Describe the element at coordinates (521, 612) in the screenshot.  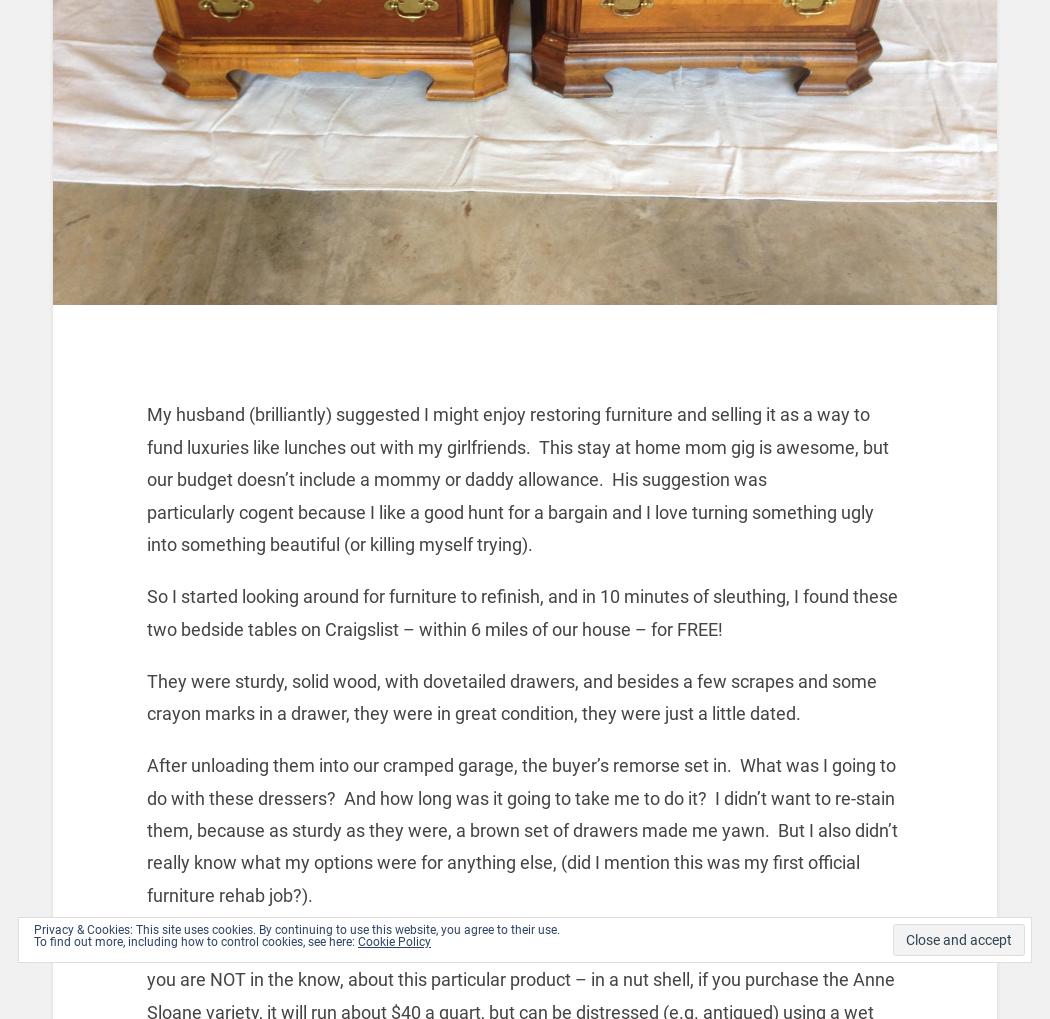
I see `'sleuthing, I found these two bedside tables on Craigslist – within 6 miles of our house – for FREE!'` at that location.